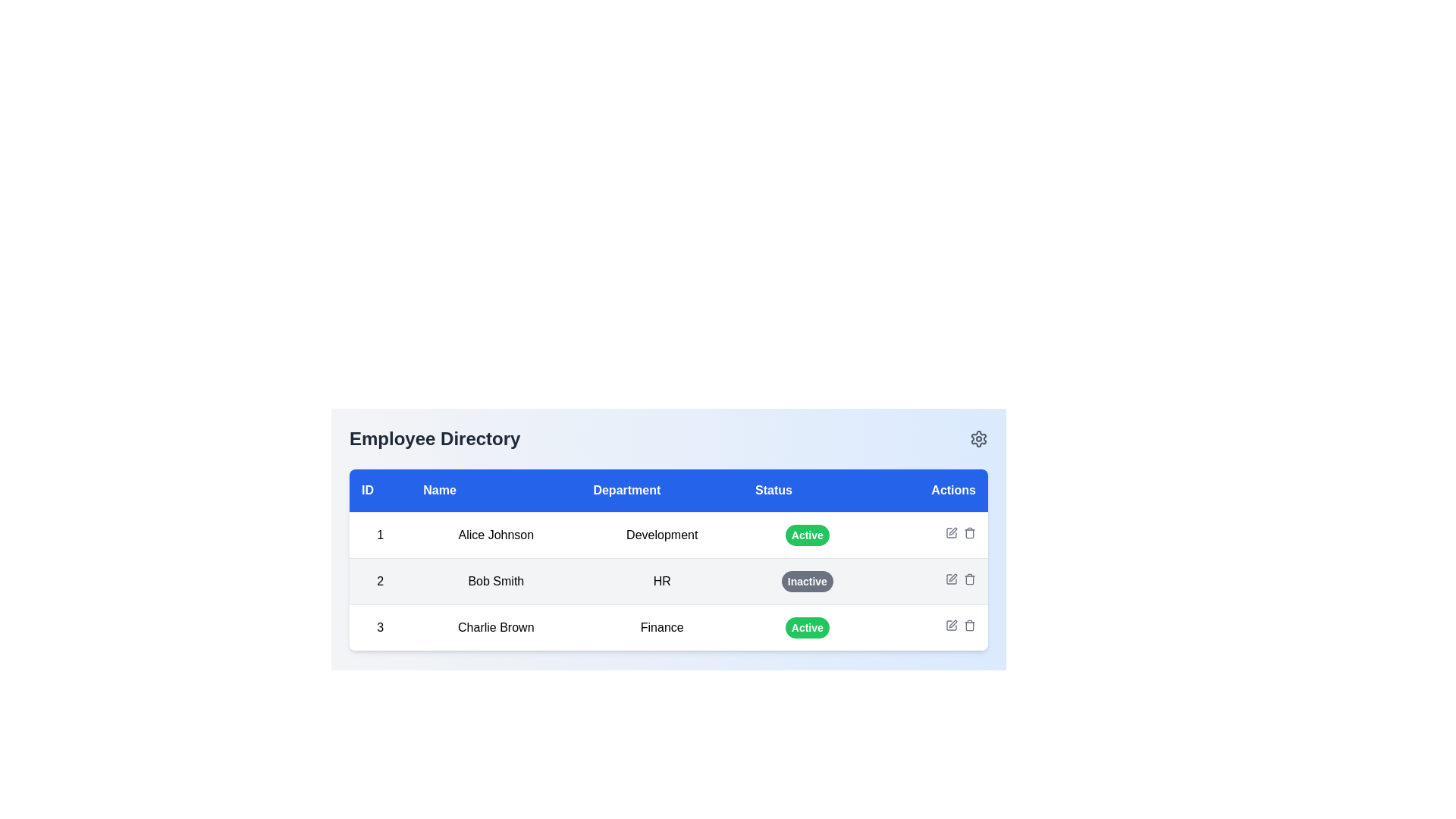 Image resolution: width=1456 pixels, height=819 pixels. Describe the element at coordinates (496, 627) in the screenshot. I see `the text label displaying 'Charlie Brown' in the third row under the 'Name' column of the table` at that location.